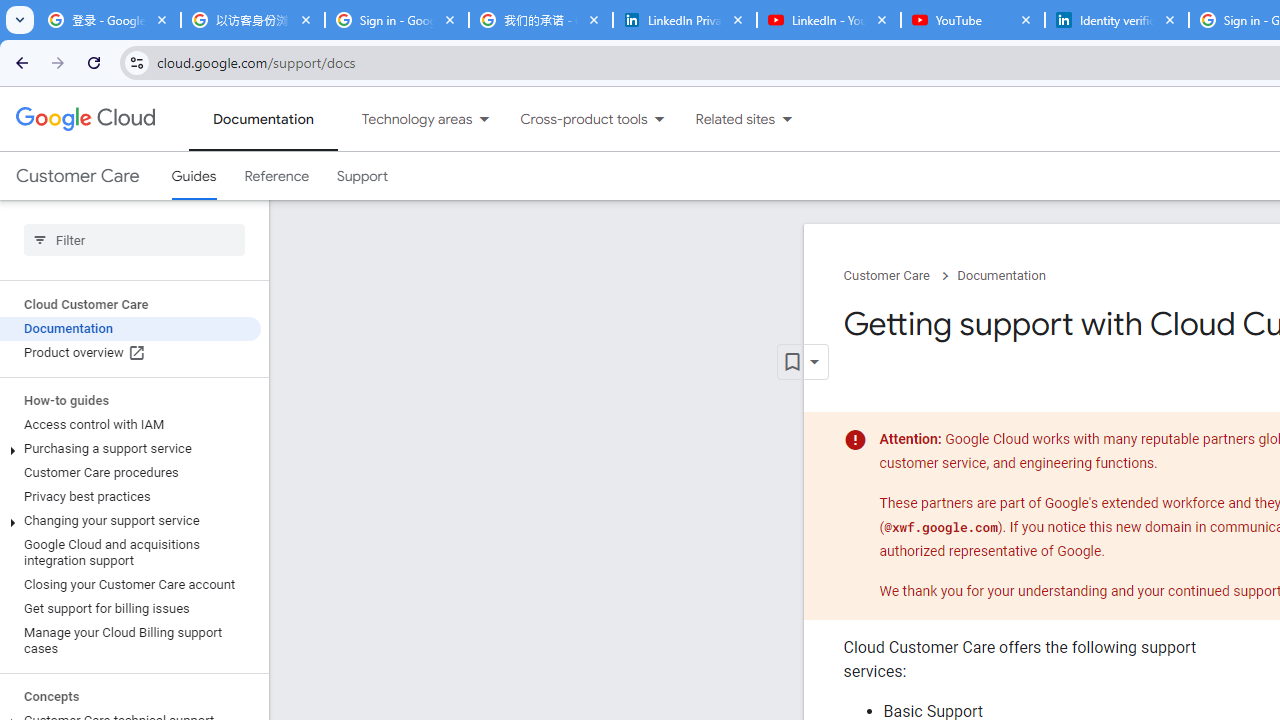  What do you see at coordinates (1115, 20) in the screenshot?
I see `'Identity verification via Persona | LinkedIn Help'` at bounding box center [1115, 20].